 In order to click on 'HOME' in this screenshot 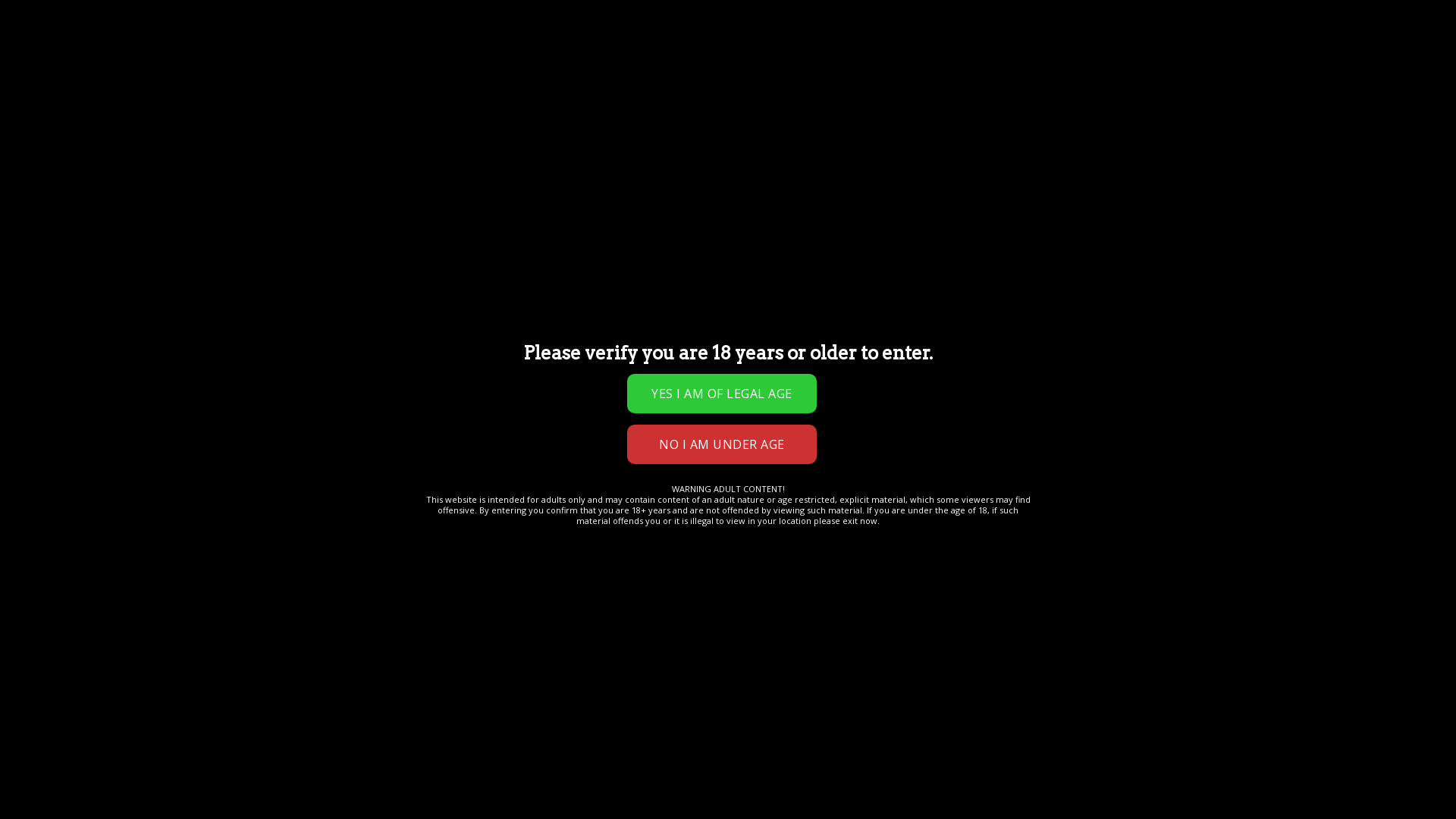, I will do `click(60, 84)`.